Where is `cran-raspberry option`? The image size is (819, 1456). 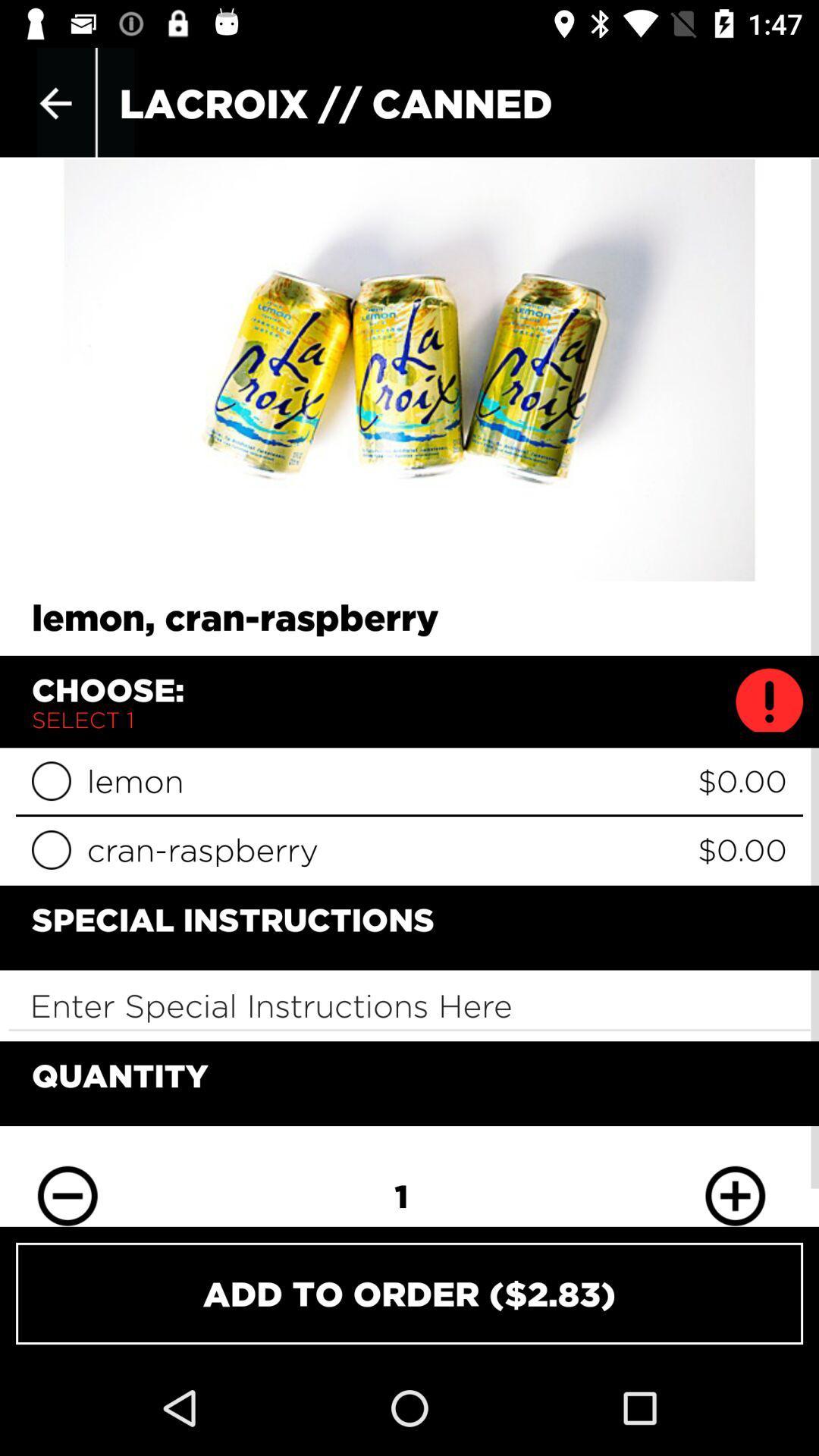 cran-raspberry option is located at coordinates (50, 849).